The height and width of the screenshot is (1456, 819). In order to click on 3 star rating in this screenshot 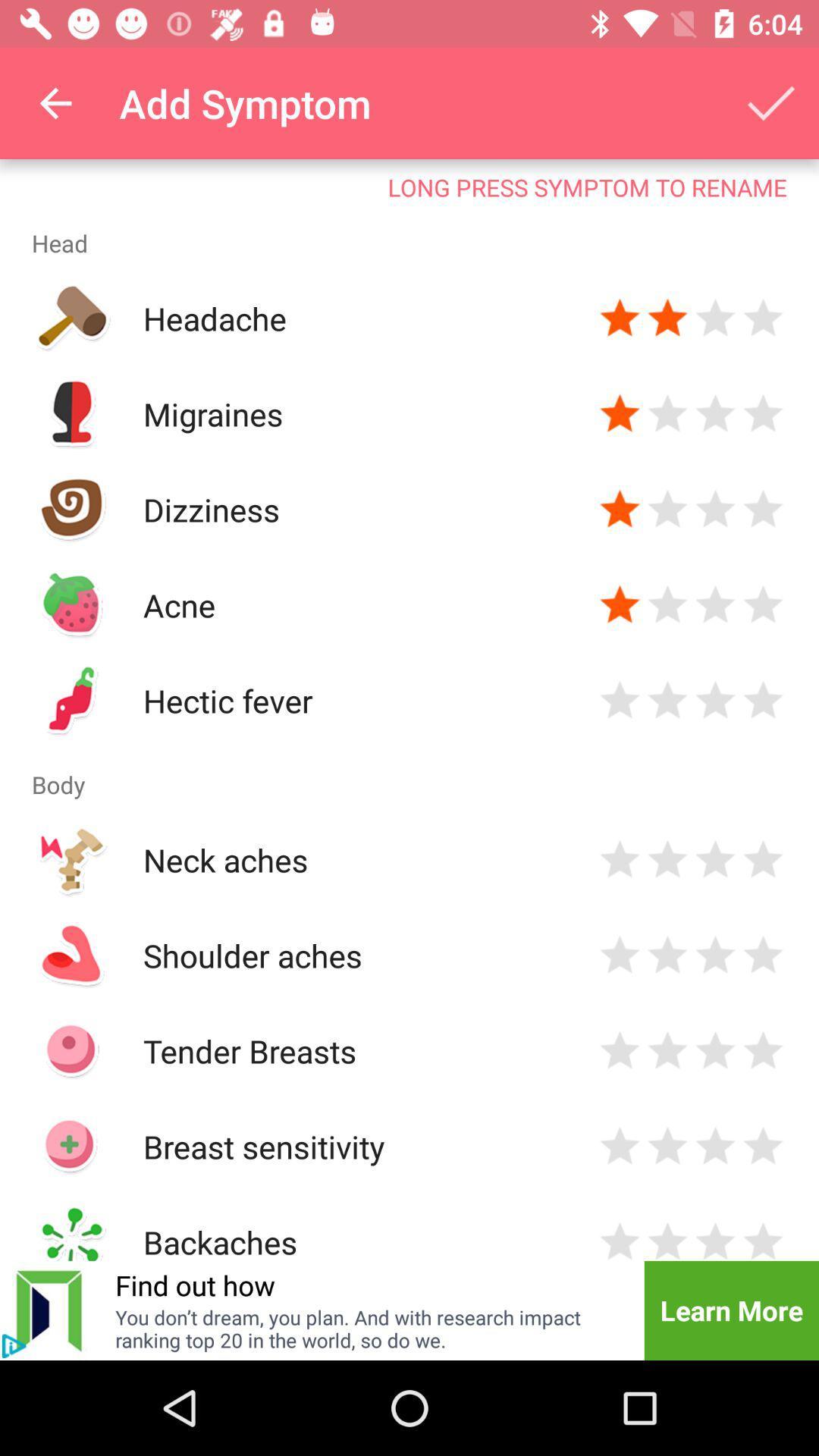, I will do `click(715, 700)`.